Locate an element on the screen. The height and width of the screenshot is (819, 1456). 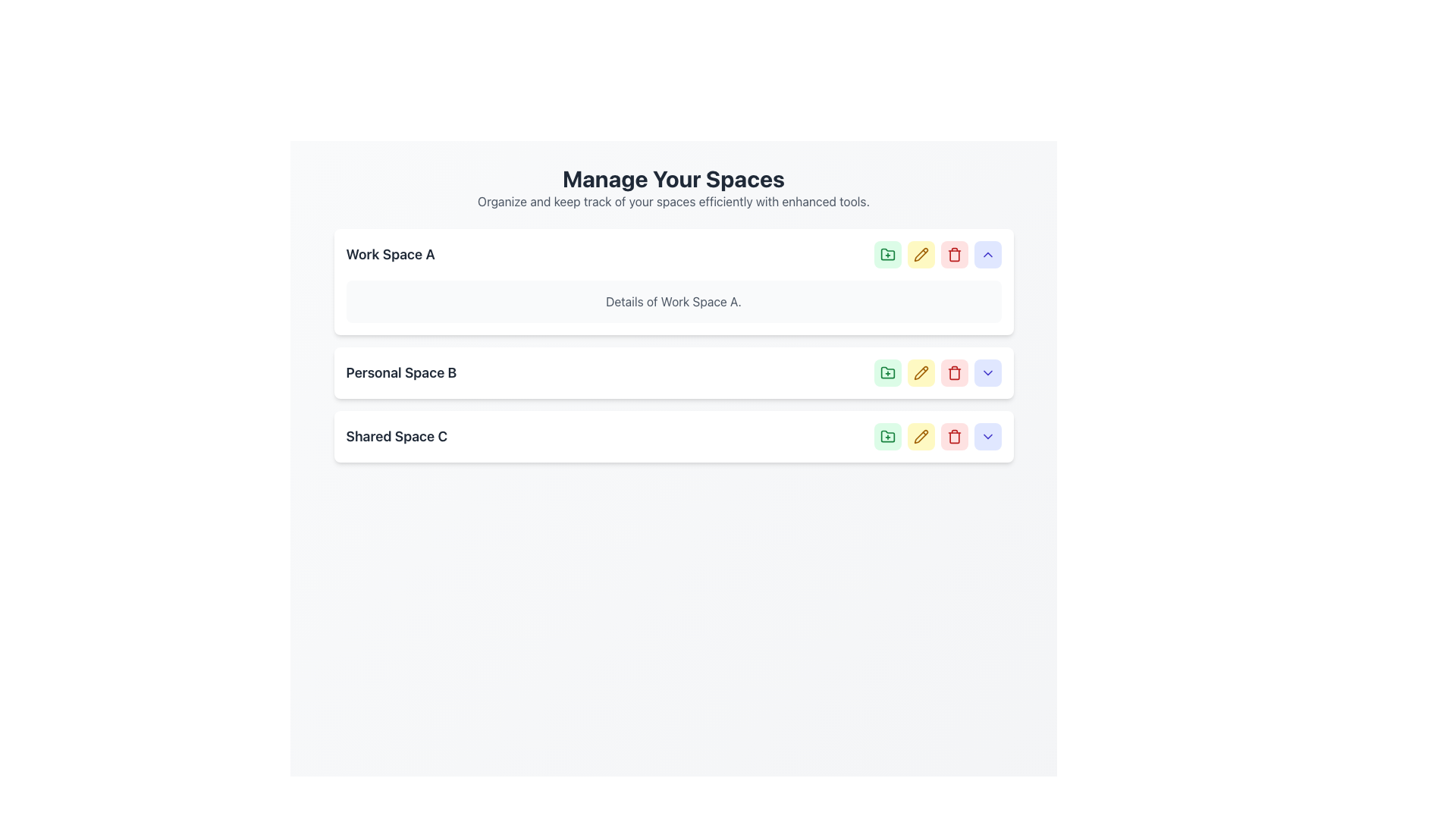
the small square button with a light indigo background and an upward chevron icon, located at the far-right end of a group of five buttons in the Manage Your Spaces interface is located at coordinates (987, 253).